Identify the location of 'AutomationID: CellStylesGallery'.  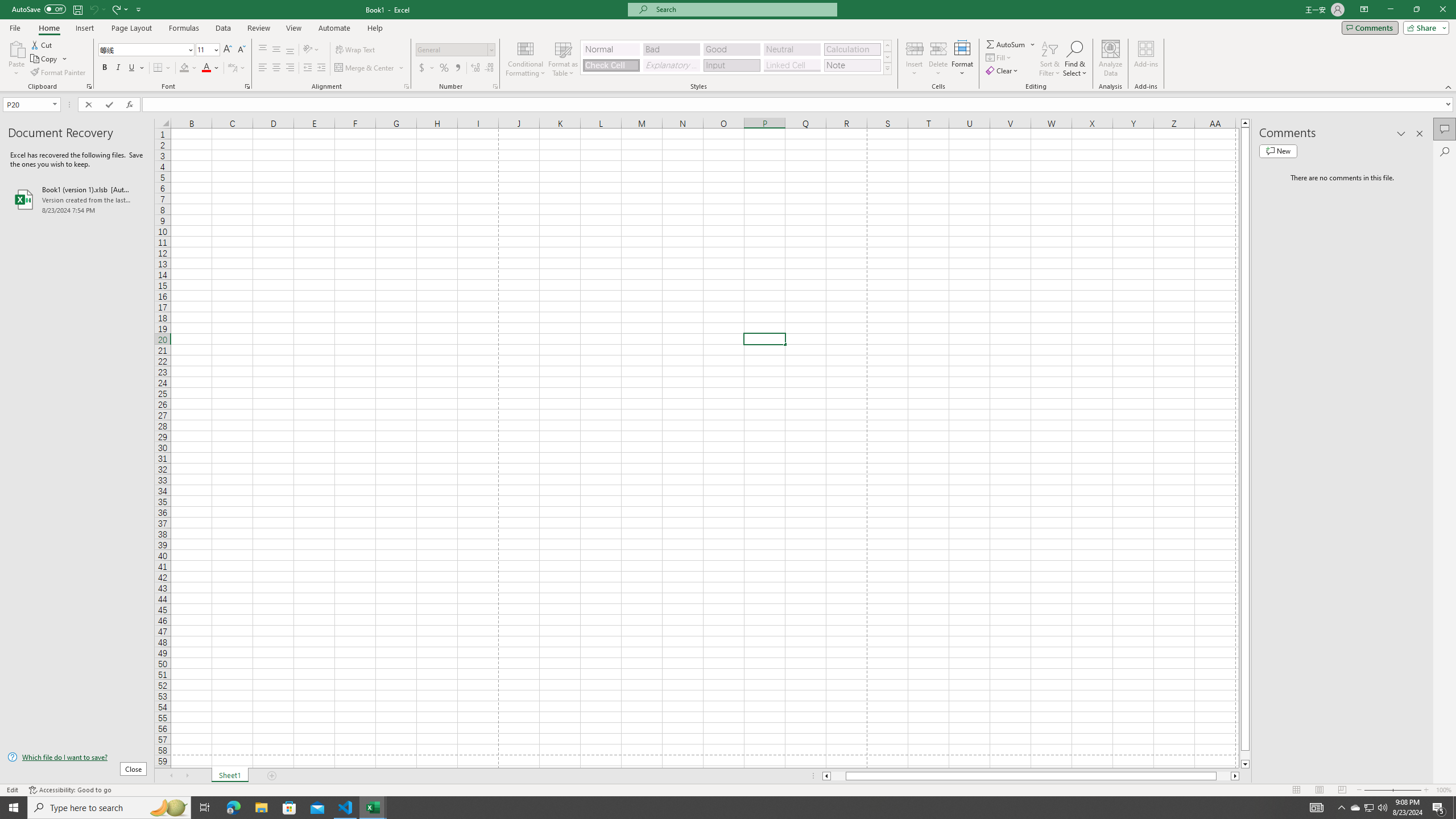
(737, 57).